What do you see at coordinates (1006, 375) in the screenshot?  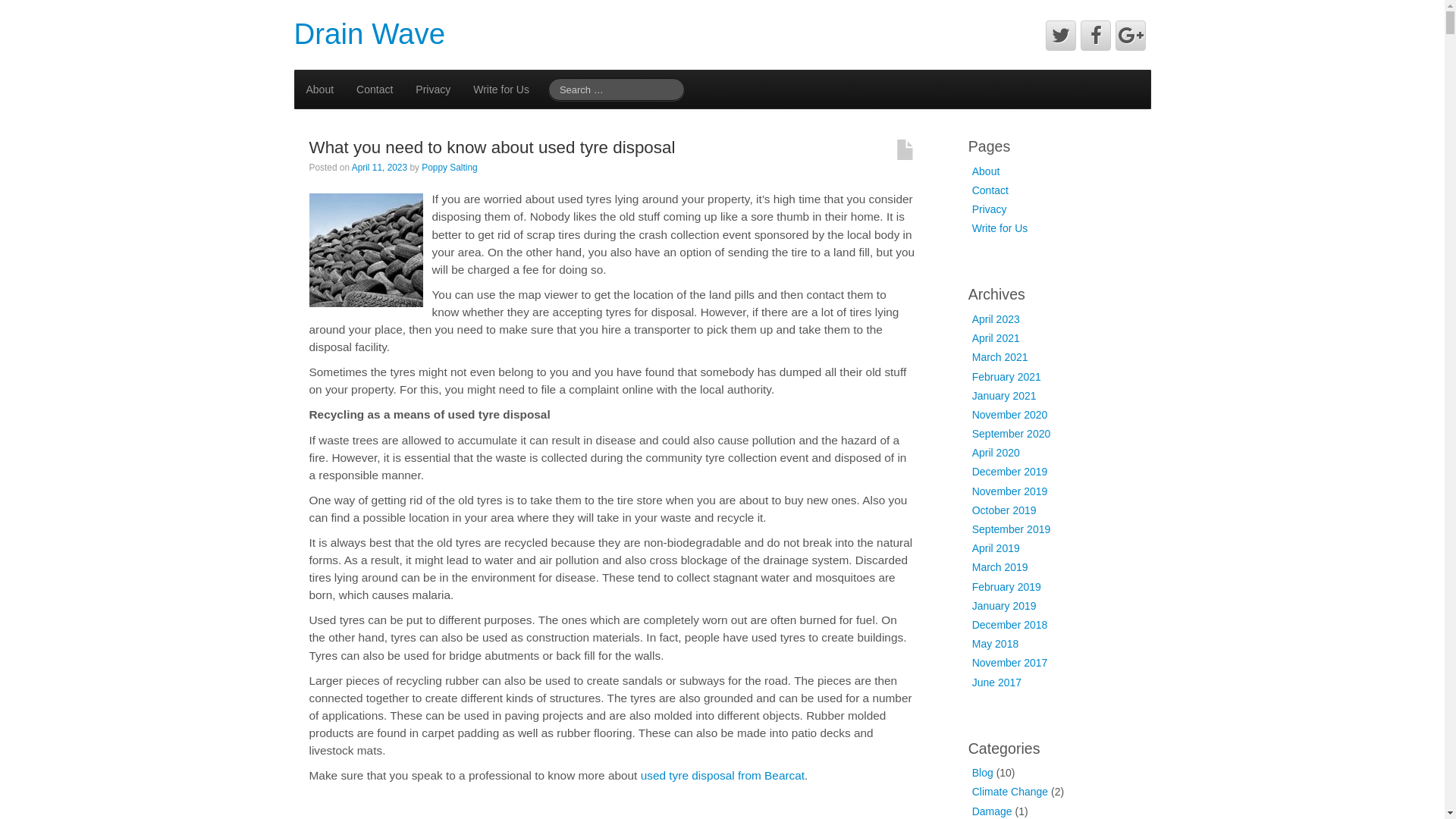 I see `'February 2021'` at bounding box center [1006, 375].